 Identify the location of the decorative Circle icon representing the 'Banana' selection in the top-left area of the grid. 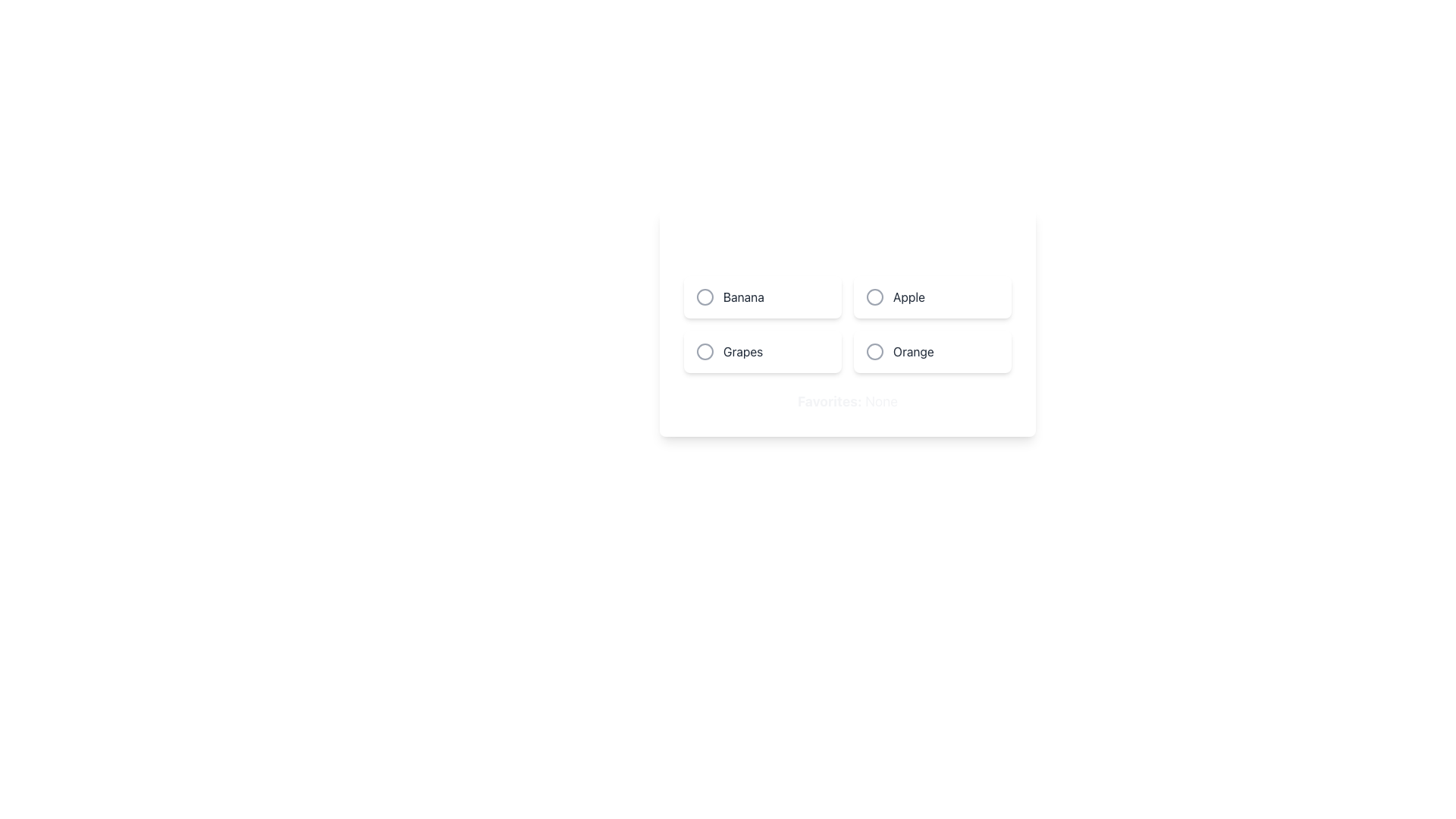
(704, 297).